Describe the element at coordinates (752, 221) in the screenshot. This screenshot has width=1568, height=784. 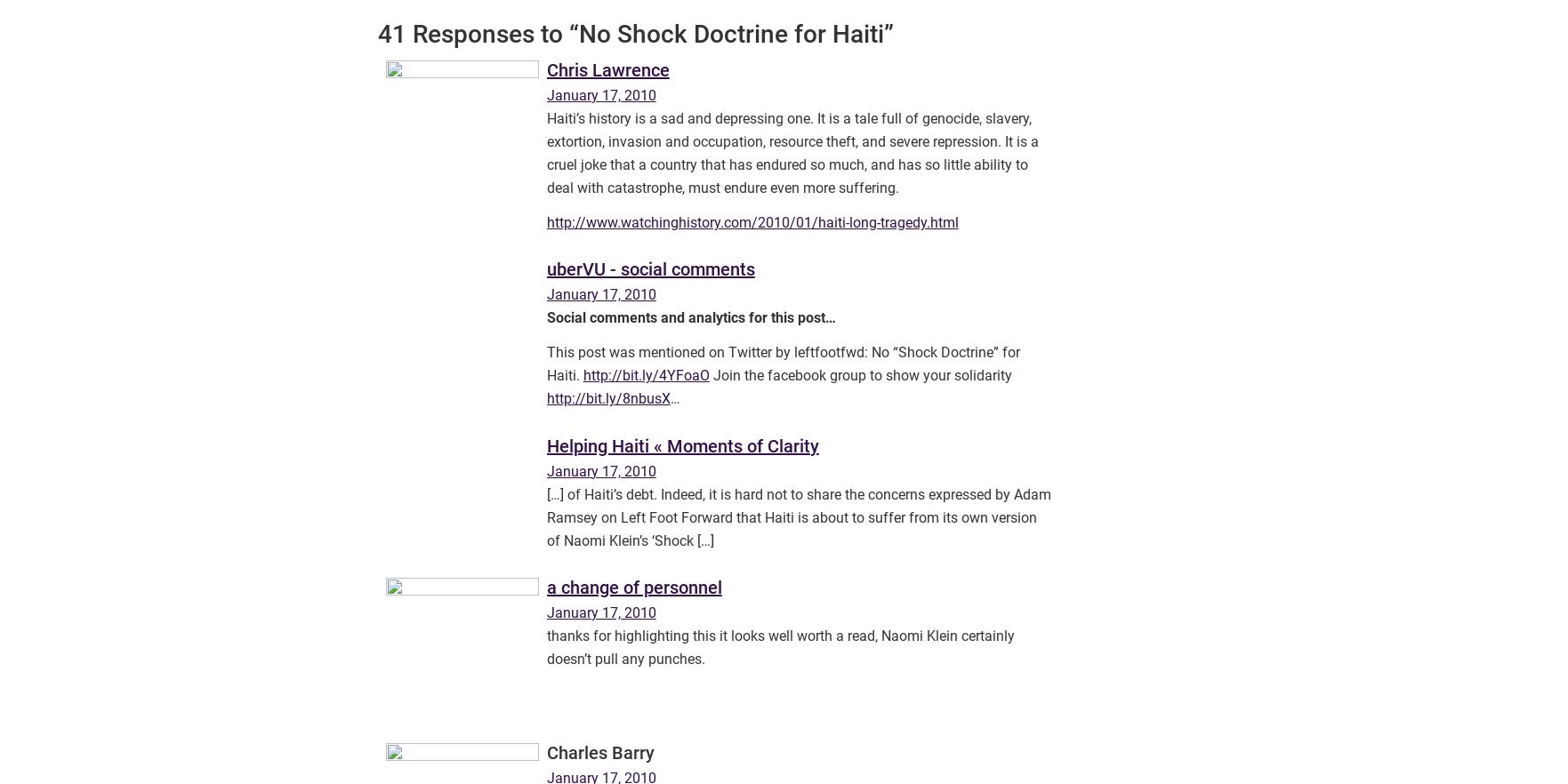
I see `'http://www.watchinghistory.com/2010/01/haiti-long-tragedy.html'` at that location.